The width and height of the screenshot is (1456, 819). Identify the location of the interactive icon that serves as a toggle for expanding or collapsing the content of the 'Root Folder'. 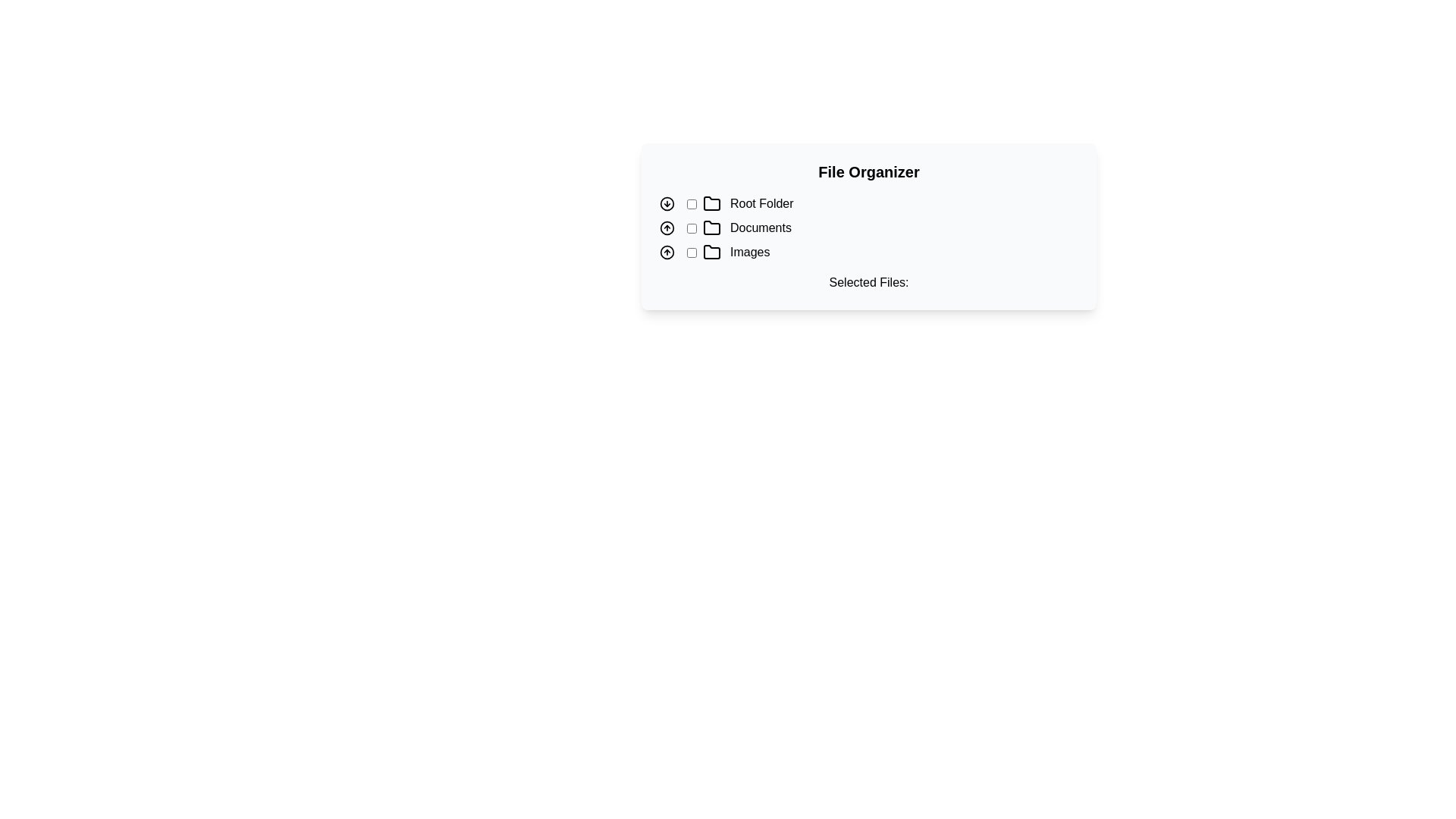
(667, 203).